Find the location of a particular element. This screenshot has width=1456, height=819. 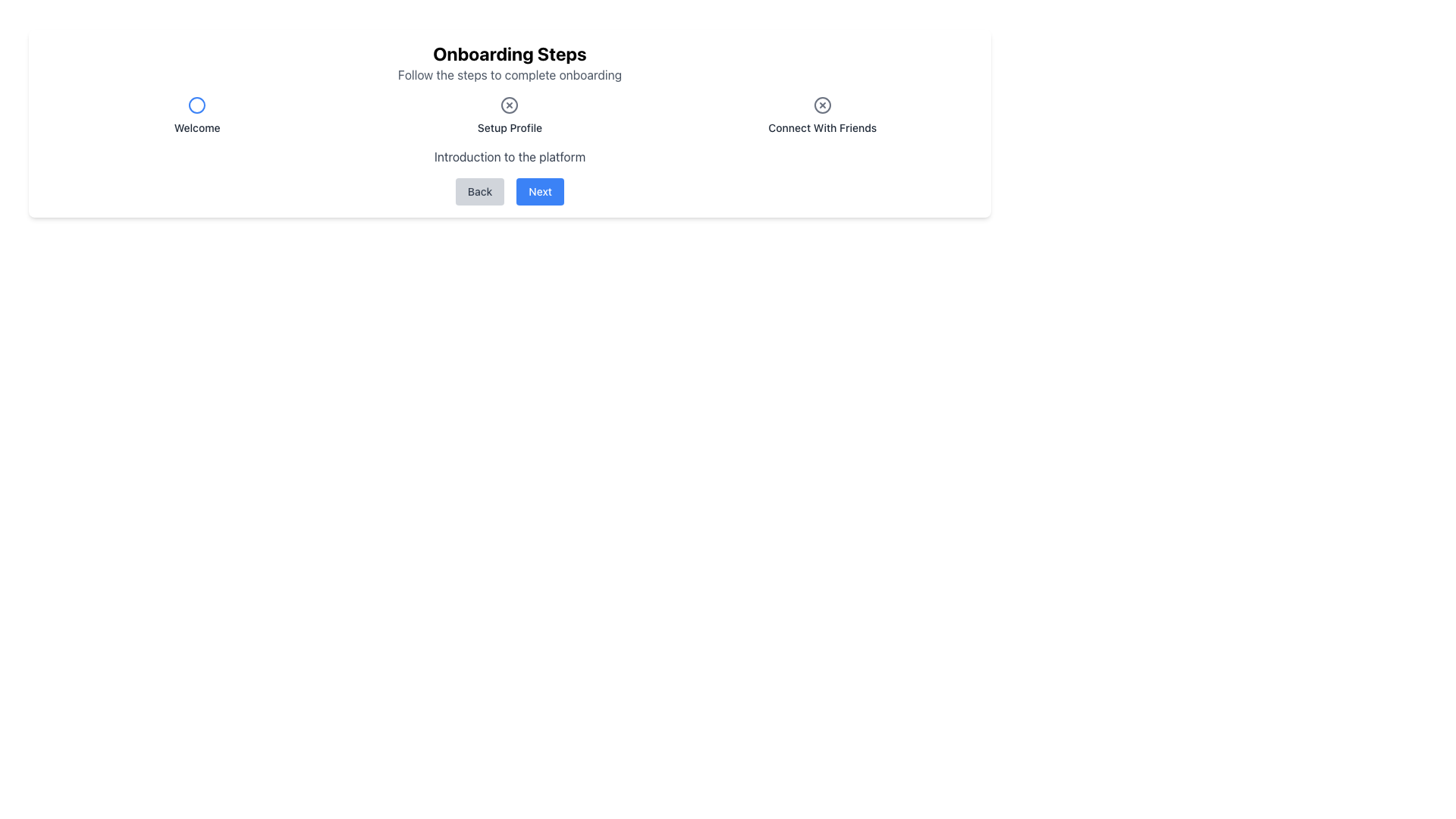

the text label that says 'Connect with Friends', which is bold and dark gray on a white background, located centrally below an icon with an 'X' in the third step of the onboarding progression is located at coordinates (821, 127).